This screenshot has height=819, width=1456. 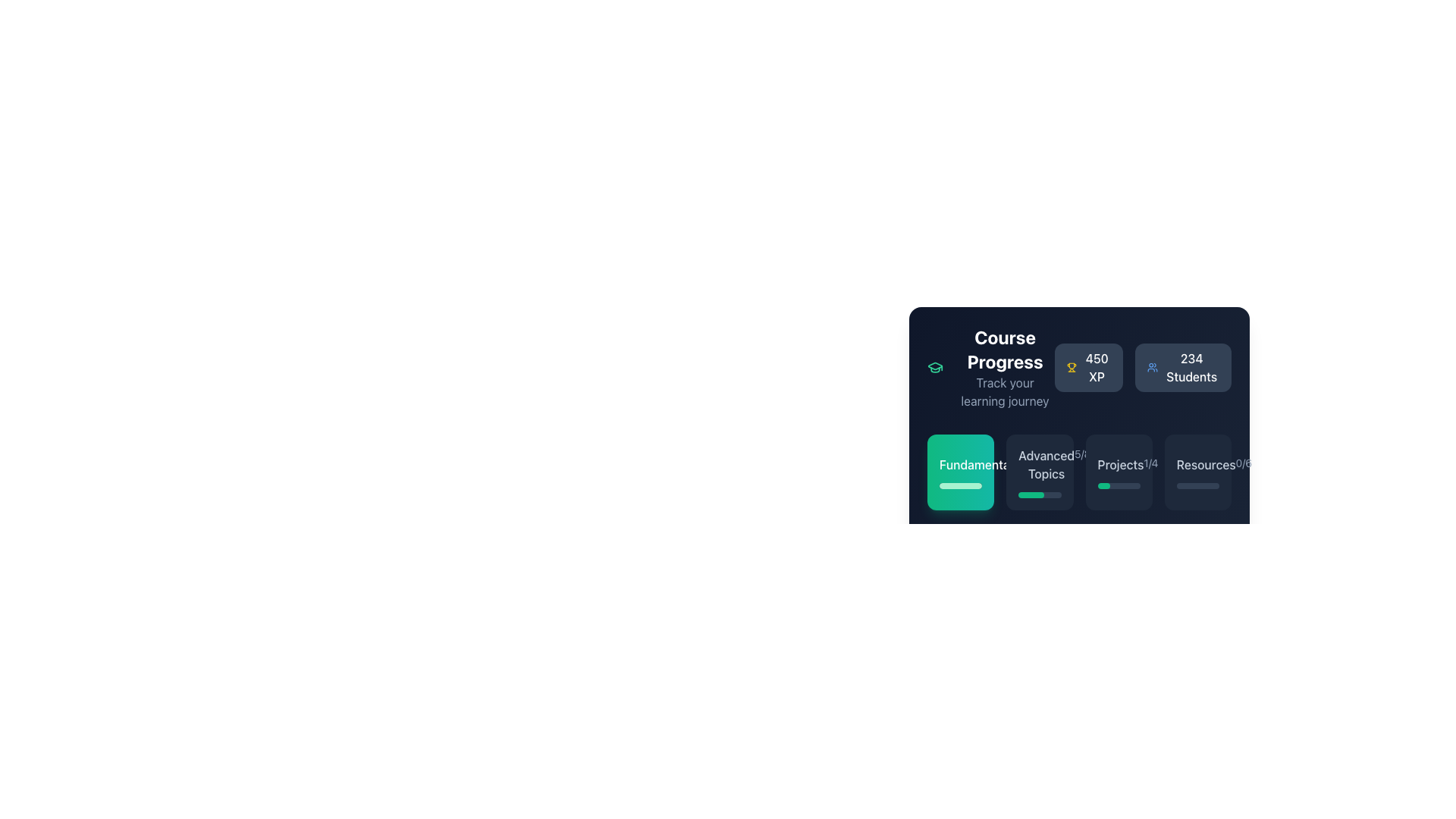 What do you see at coordinates (1119, 464) in the screenshot?
I see `the static text label displaying 'Projects' and '1/4', which is located in the third card from the left at the bottom segment of the UI` at bounding box center [1119, 464].